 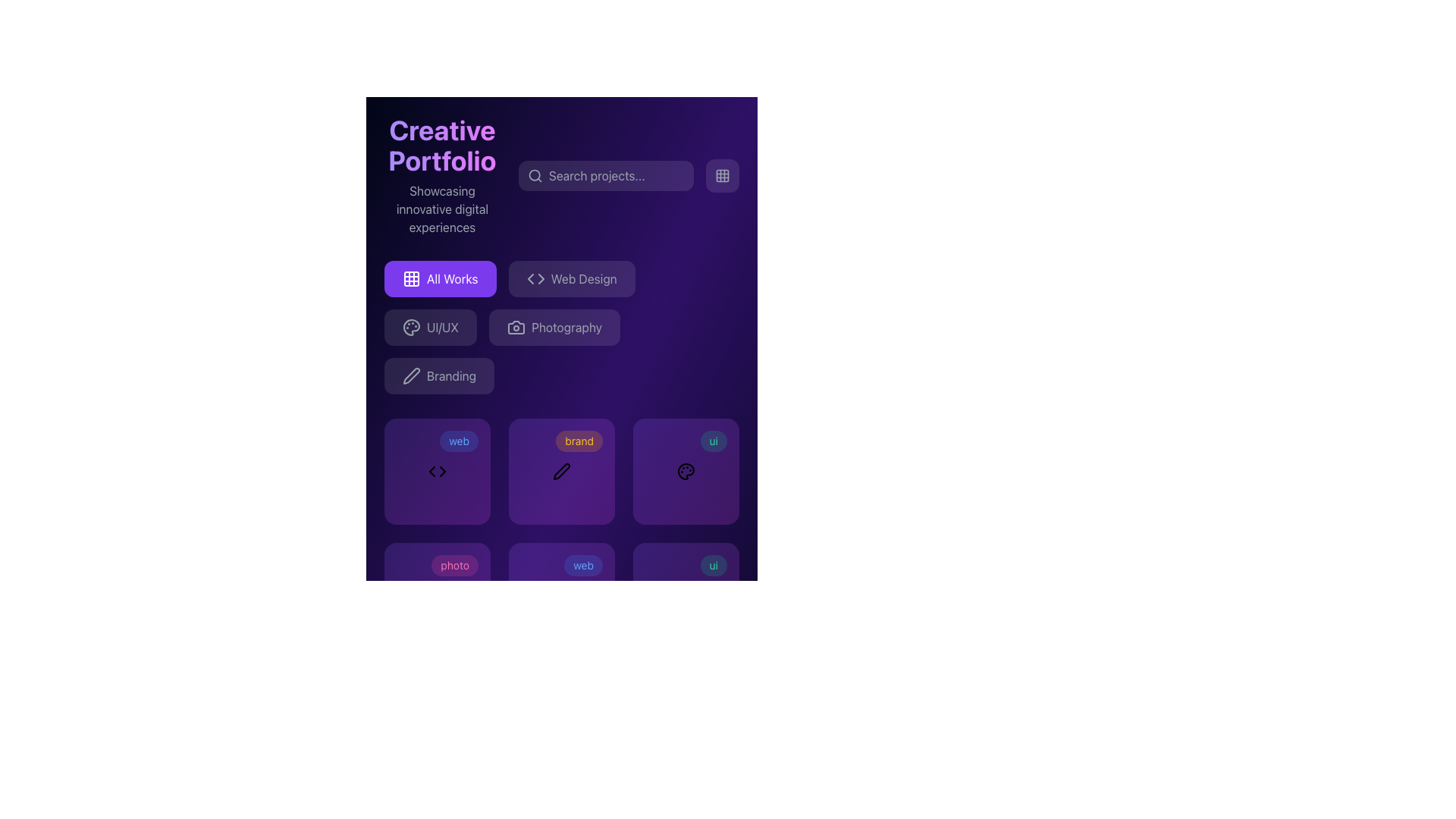 I want to click on text label displaying 'Photography' in white on a purple background, located in the second row and third column of buttons, adjacent to a camera icon, so click(x=566, y=327).